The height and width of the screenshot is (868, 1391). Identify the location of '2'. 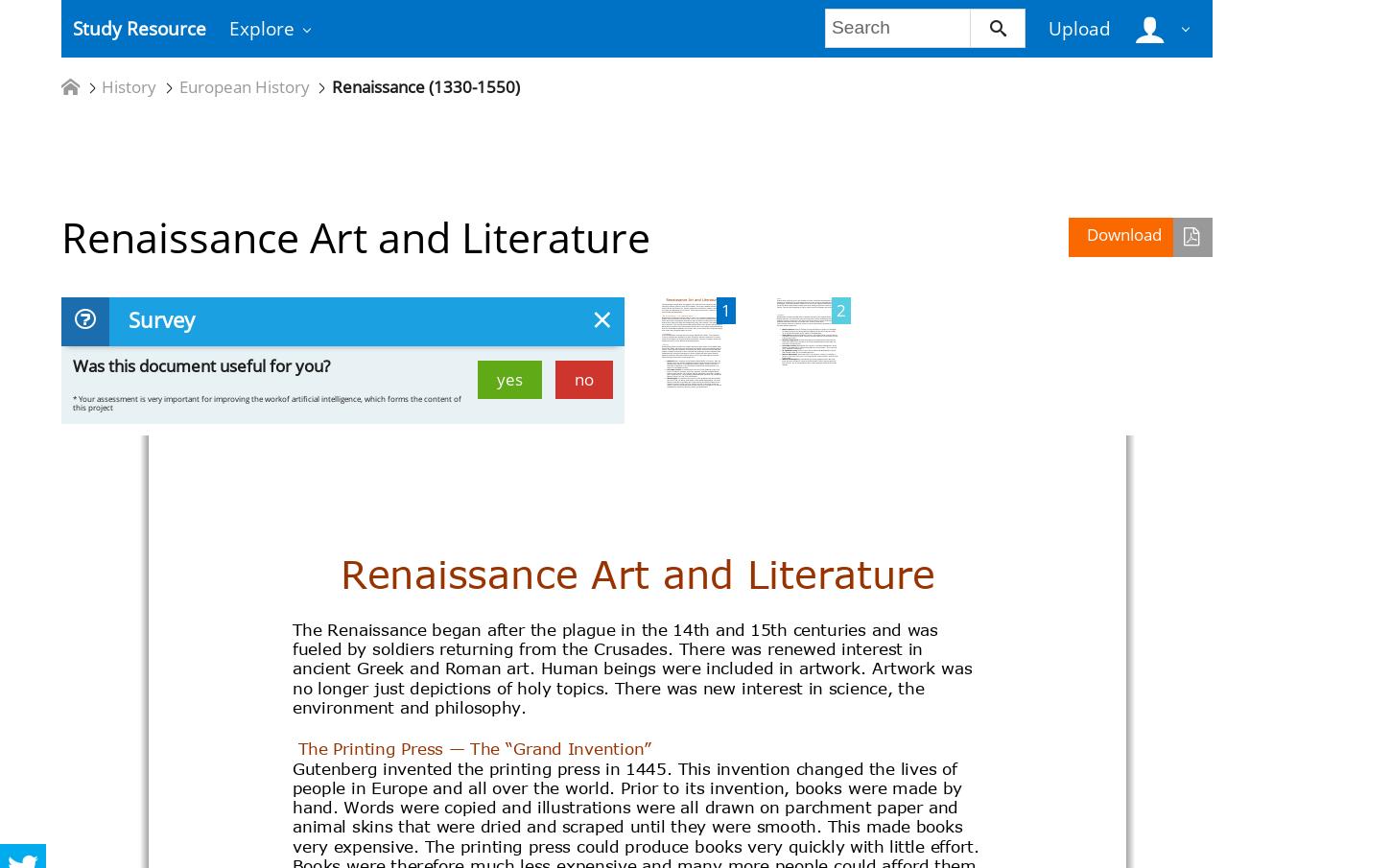
(835, 308).